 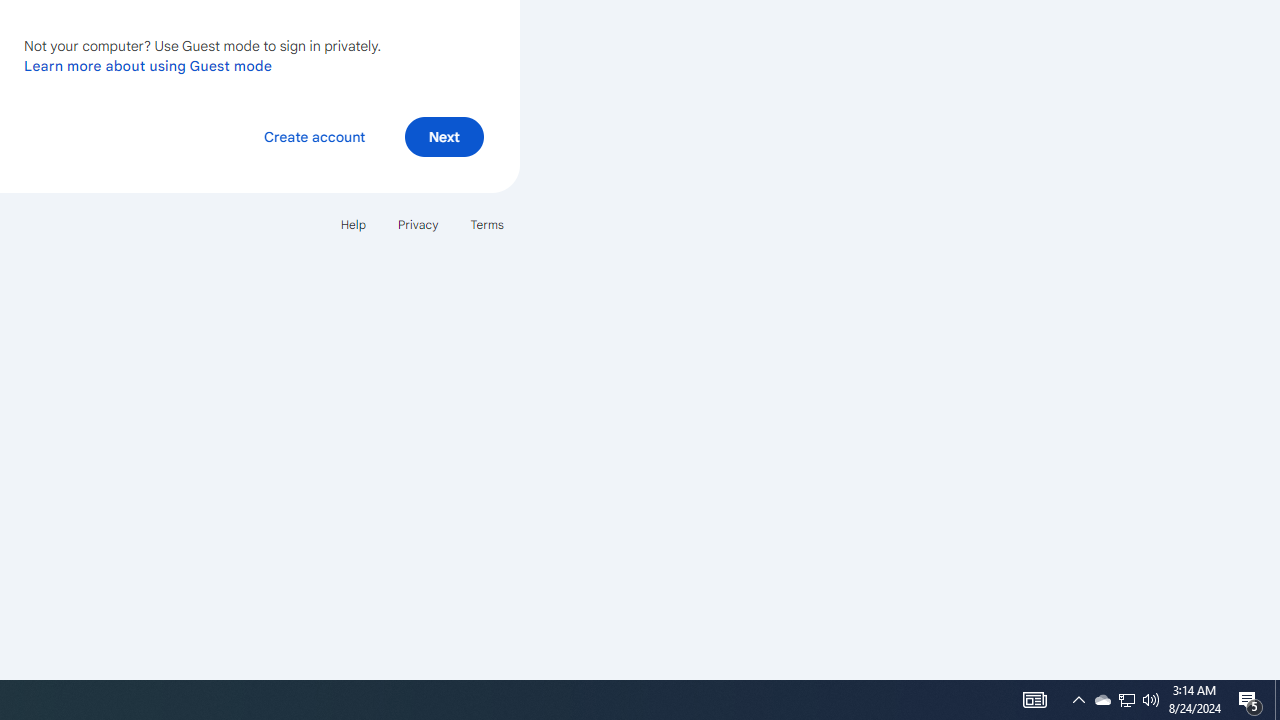 What do you see at coordinates (313, 135) in the screenshot?
I see `'Create account'` at bounding box center [313, 135].